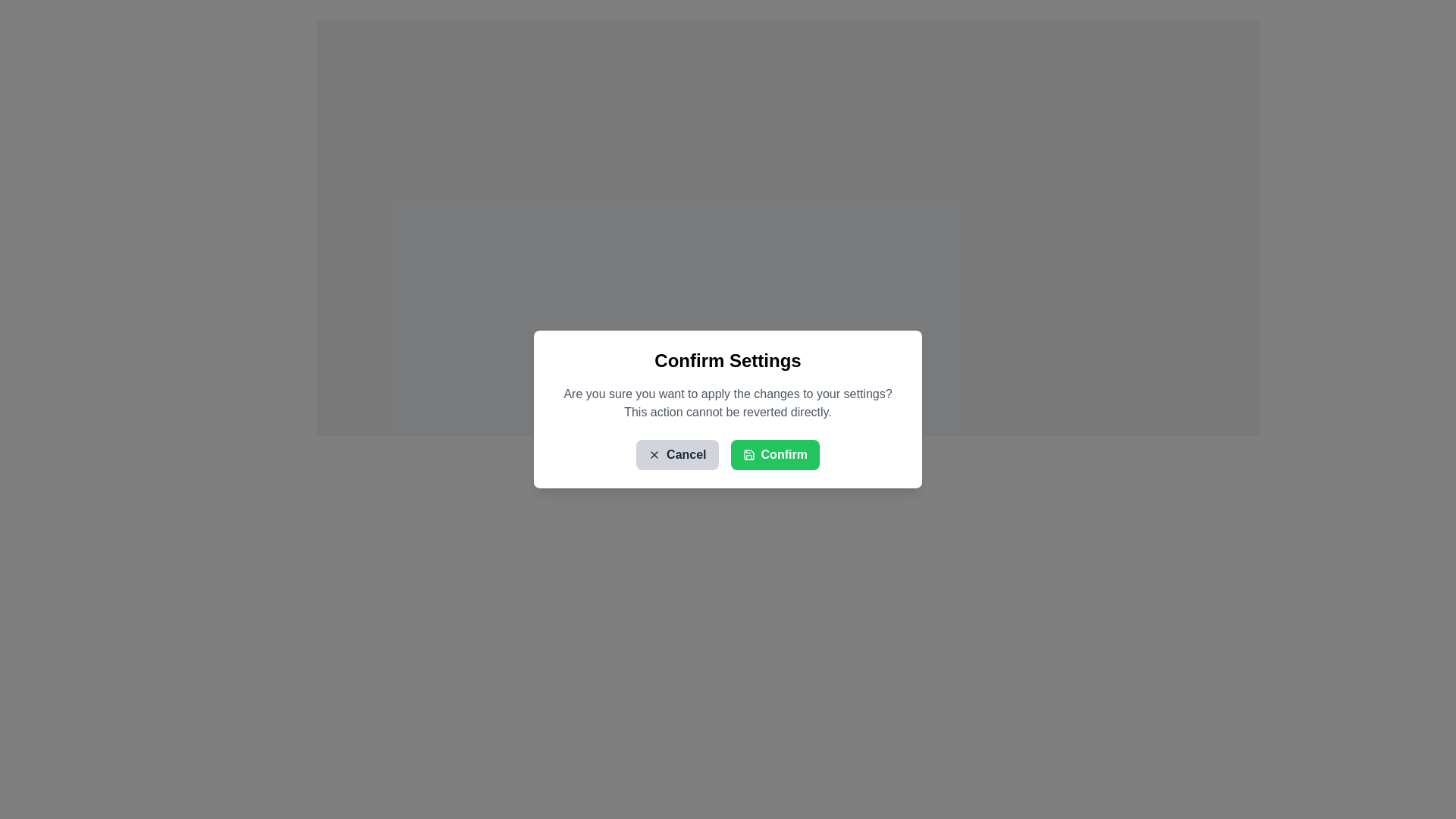 This screenshot has height=819, width=1456. What do you see at coordinates (654, 454) in the screenshot?
I see `the 'Cancel' button which contains an 'X' shaped icon` at bounding box center [654, 454].